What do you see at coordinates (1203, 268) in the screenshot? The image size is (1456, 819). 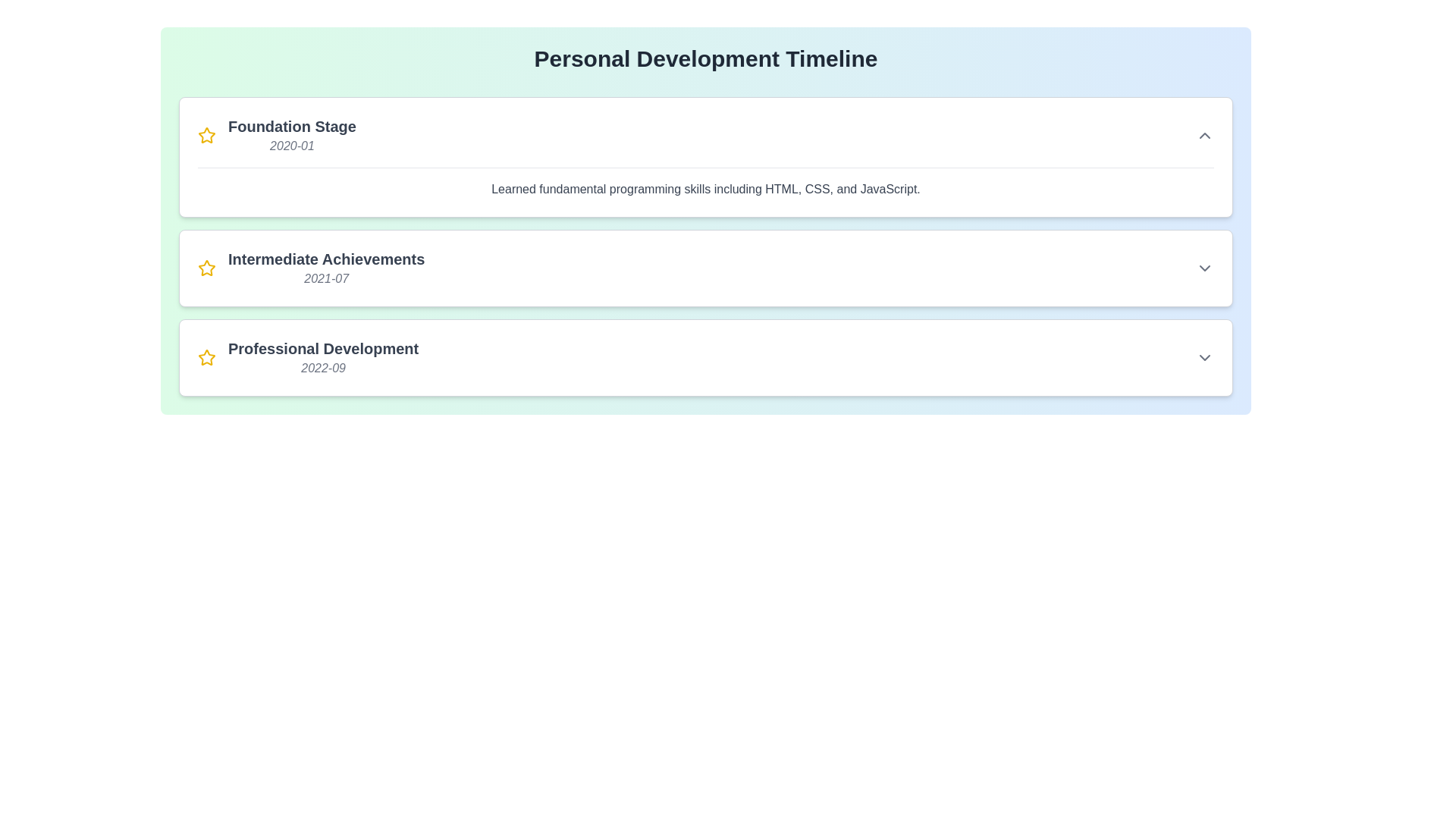 I see `the downward-facing chevron icon styled with rounded stroke edges and gray color, located next to 'Intermediate Achievements'` at bounding box center [1203, 268].